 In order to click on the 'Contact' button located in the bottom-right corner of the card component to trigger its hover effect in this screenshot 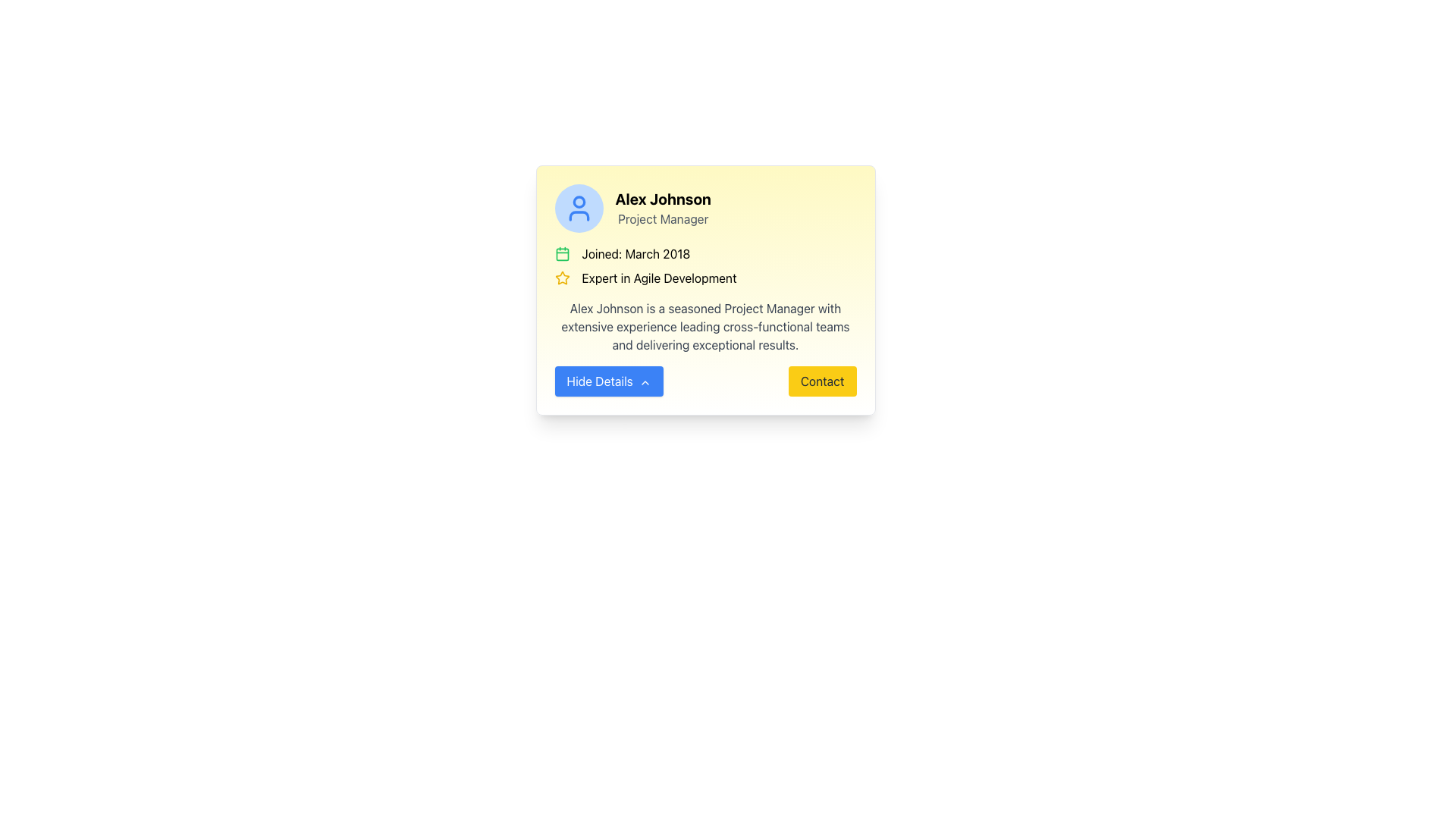, I will do `click(821, 380)`.